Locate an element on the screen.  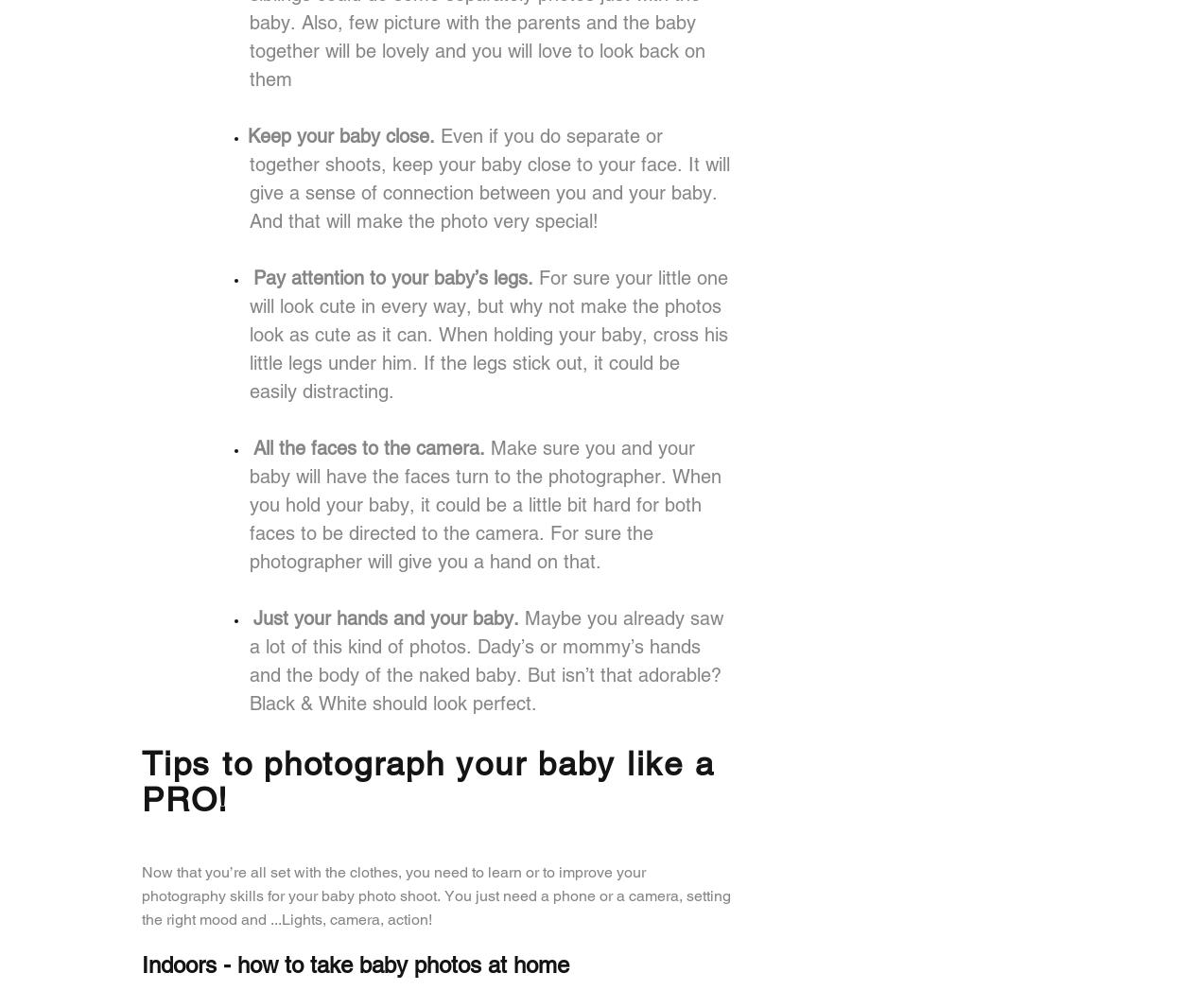
'All the faces to the camera.' is located at coordinates (253, 446).